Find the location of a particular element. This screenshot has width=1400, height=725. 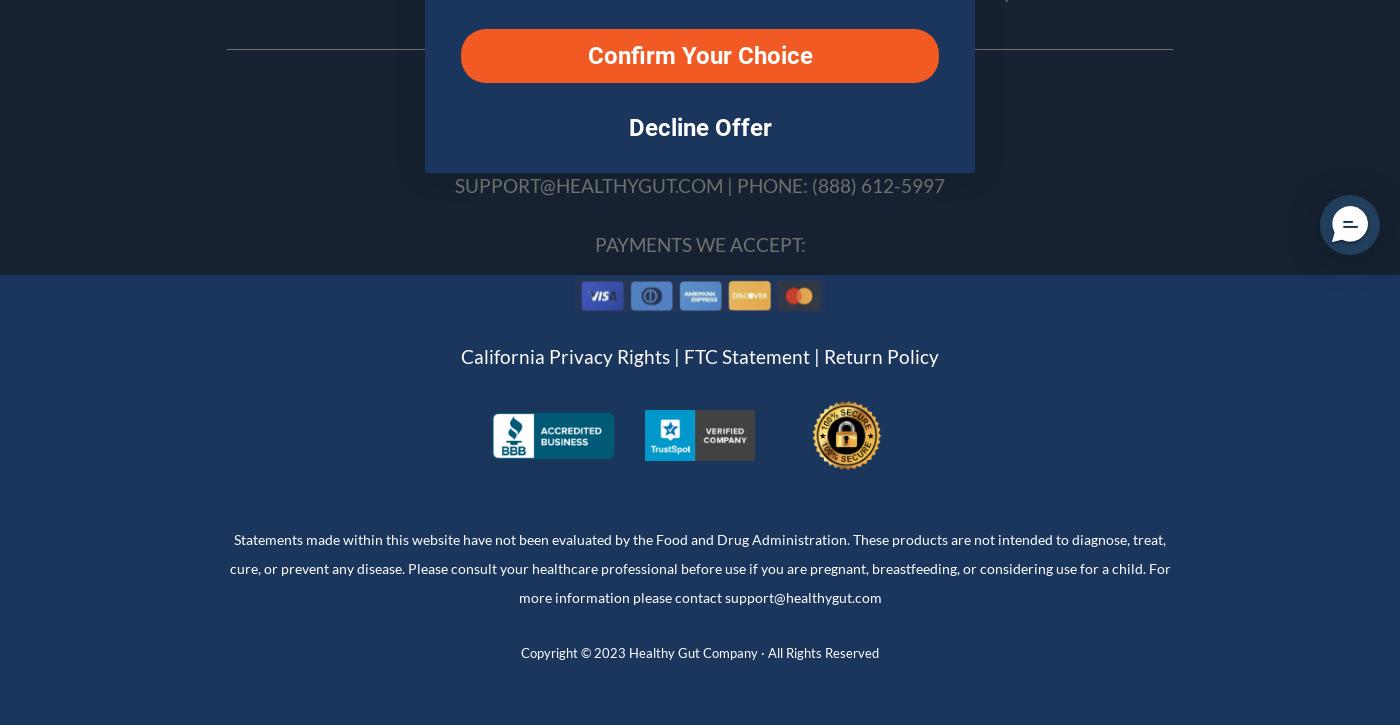

'Statements made within this website have not been evaluated by the Food and Drug Administration. These products are not intended to diagnose, treat,' is located at coordinates (700, 538).